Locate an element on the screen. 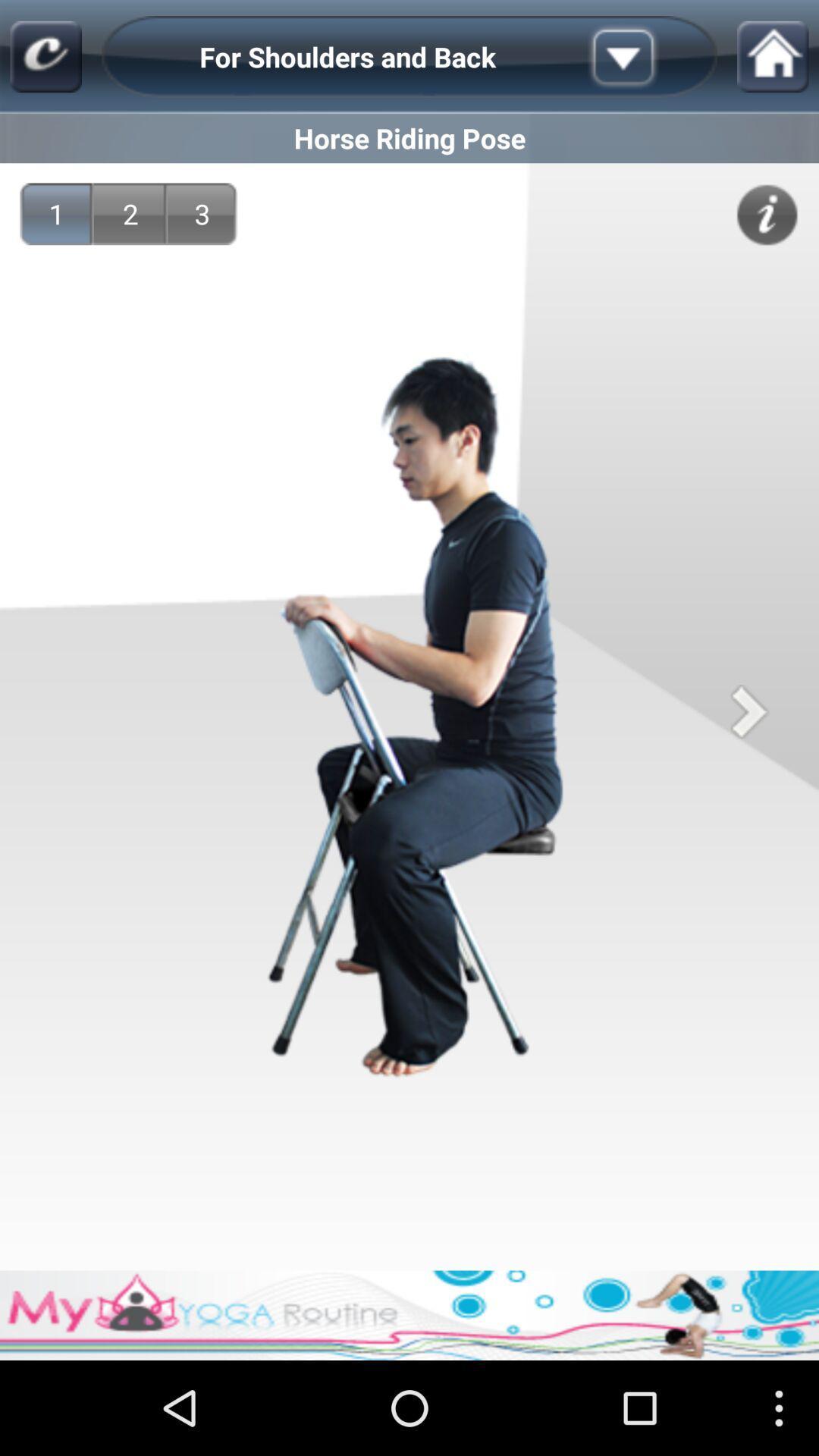 The image size is (819, 1456). item next to the for shoulders and item is located at coordinates (647, 57).